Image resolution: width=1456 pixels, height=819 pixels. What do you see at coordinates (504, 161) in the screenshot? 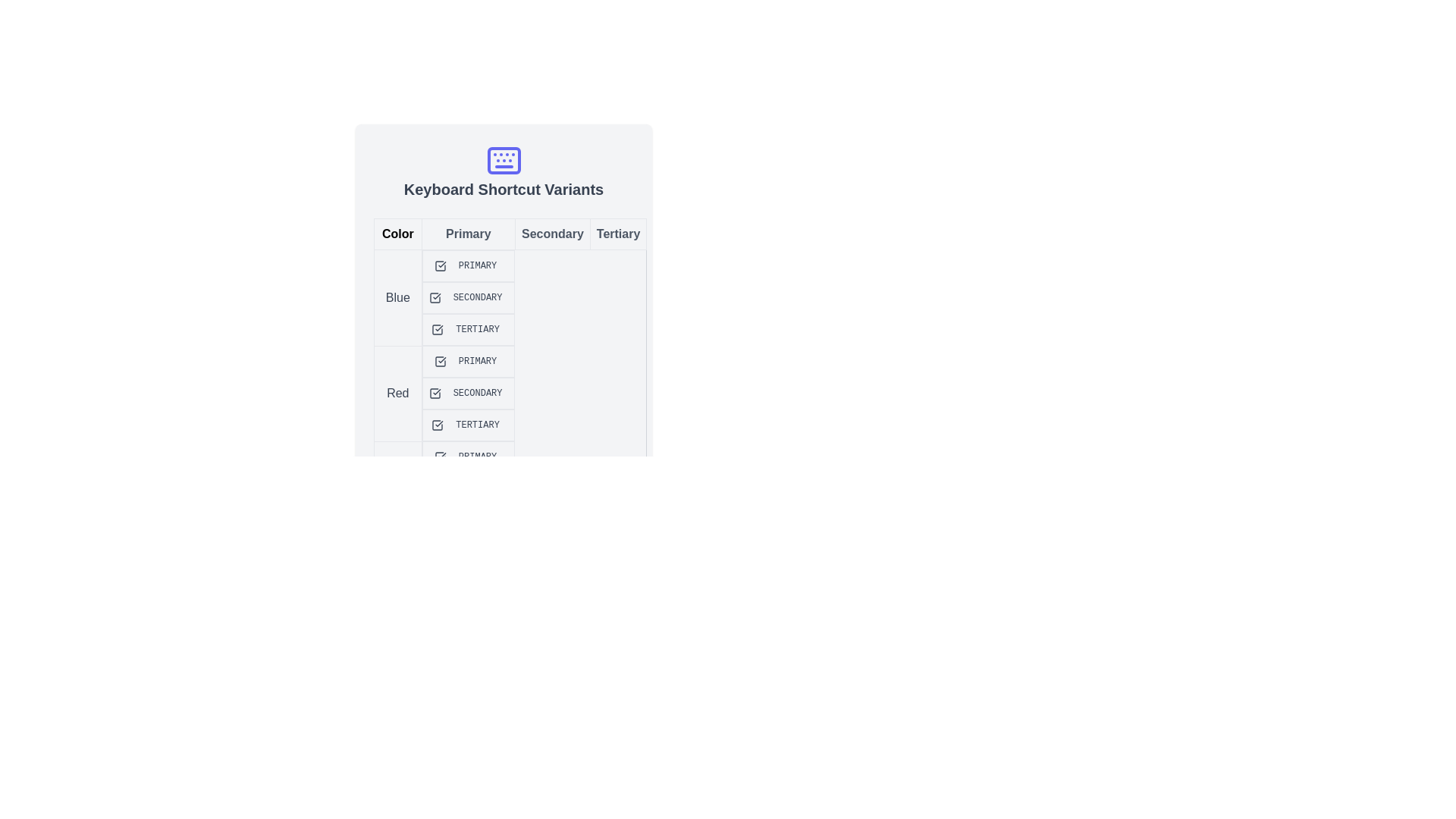
I see `the graphical icon component that visually depicts a keyboard, located at the center of the keyboard-like icon above the heading 'Keyboard Shortcut Variants'` at bounding box center [504, 161].